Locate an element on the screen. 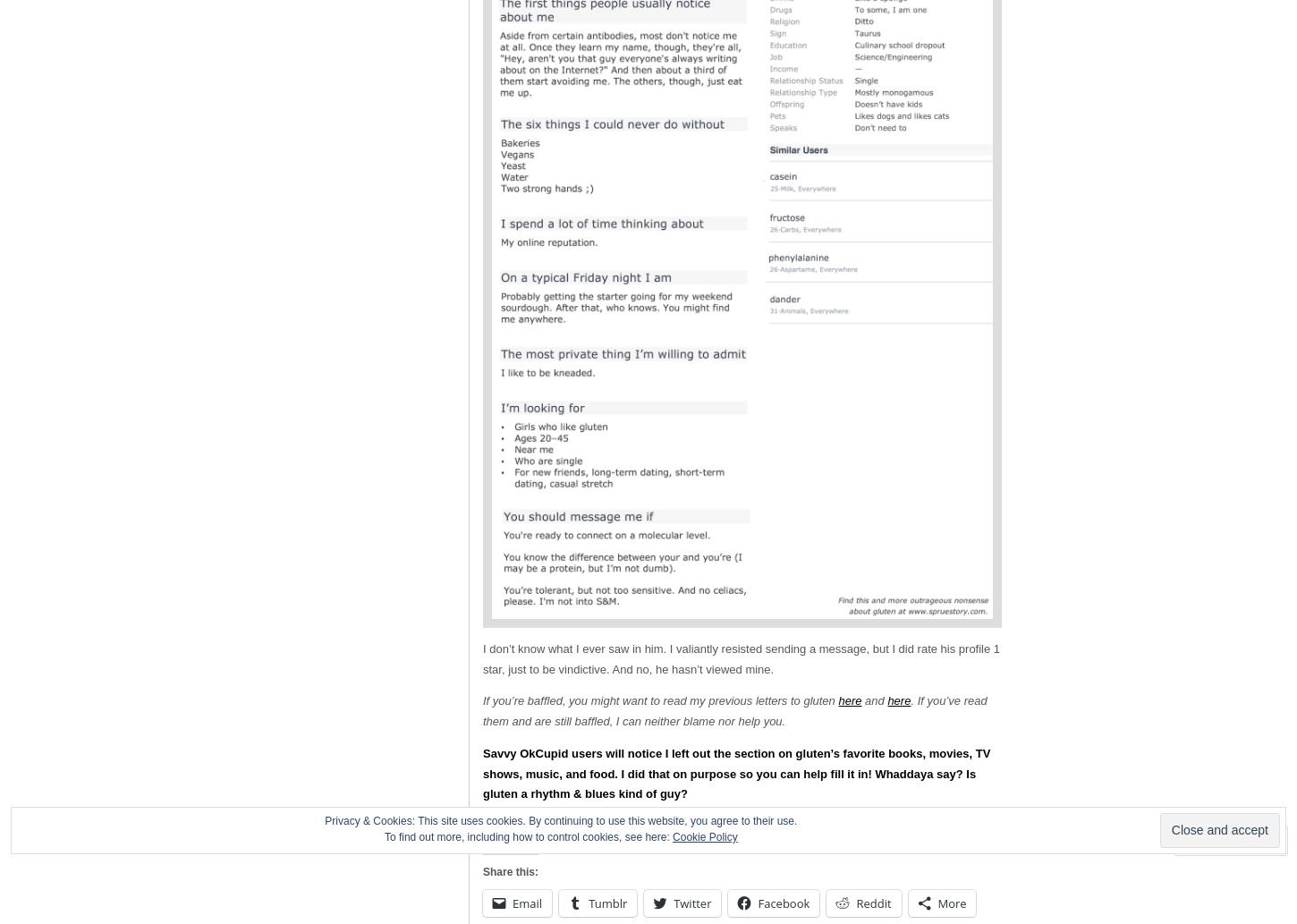 The image size is (1297, 924). '* “Bready for love” profile photo ©' is located at coordinates (570, 825).